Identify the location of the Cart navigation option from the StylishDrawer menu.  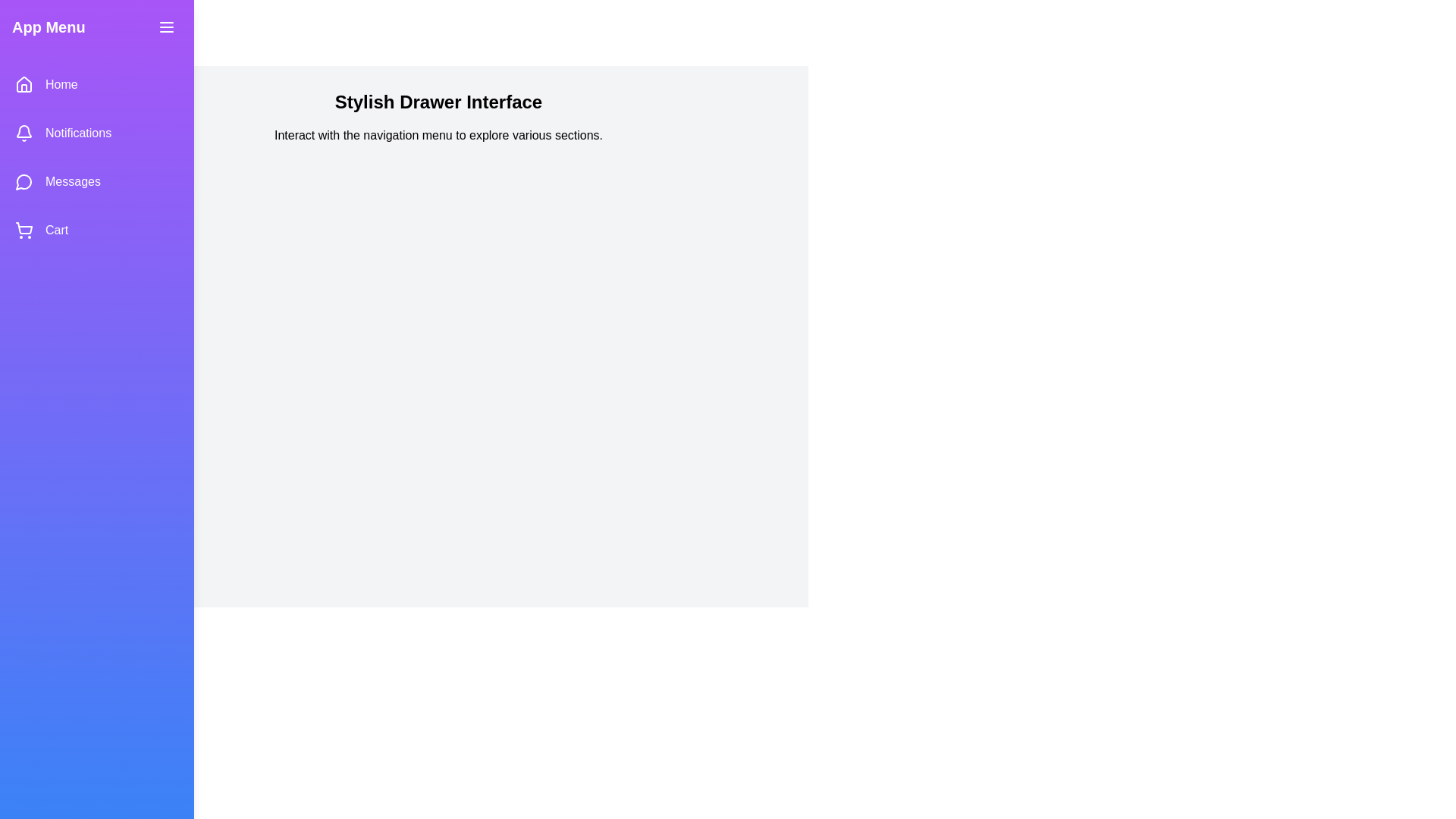
(96, 231).